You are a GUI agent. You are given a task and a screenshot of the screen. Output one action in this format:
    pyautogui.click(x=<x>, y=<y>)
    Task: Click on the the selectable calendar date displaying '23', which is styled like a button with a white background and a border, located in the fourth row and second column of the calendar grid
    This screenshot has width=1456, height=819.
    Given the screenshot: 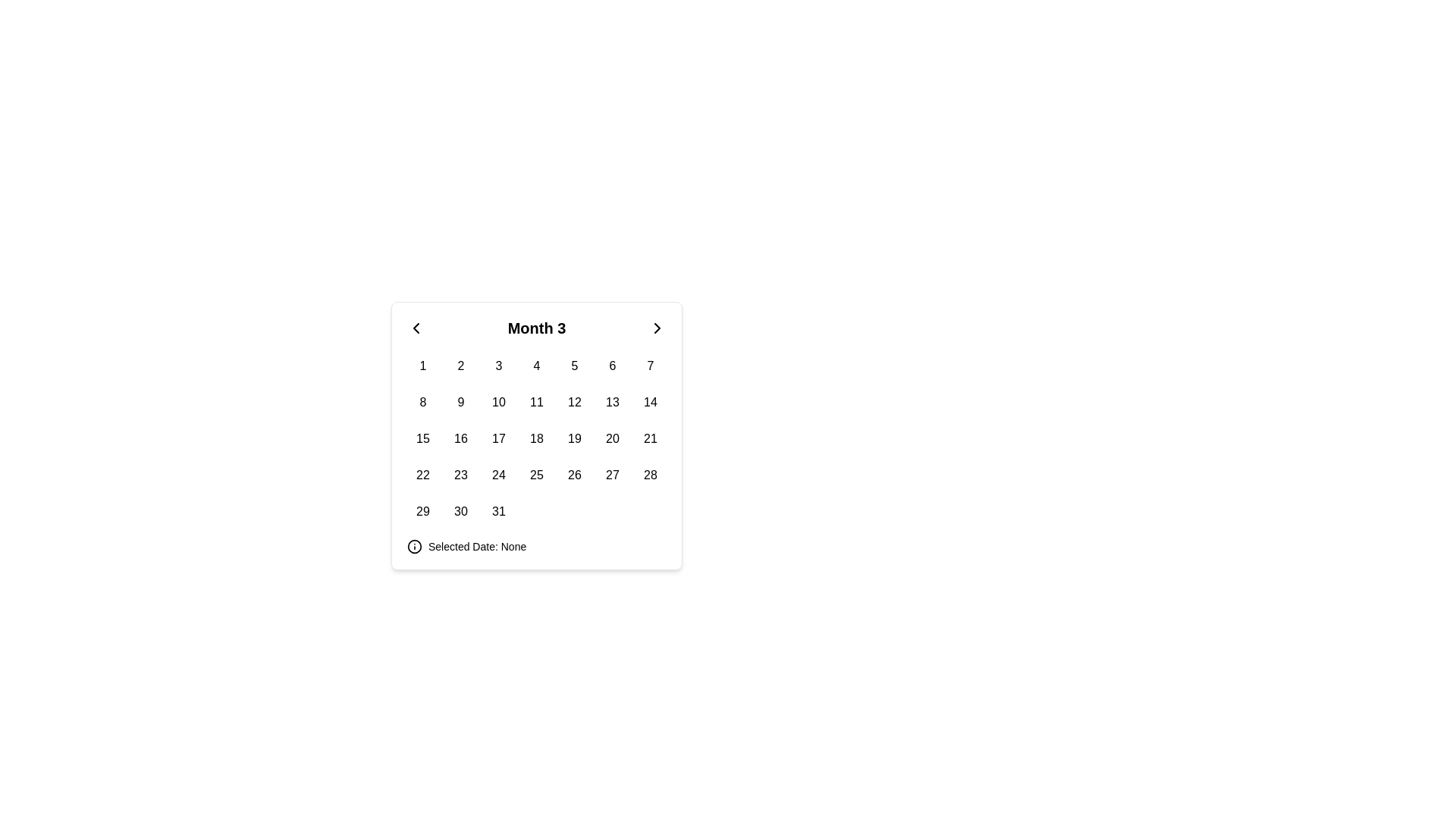 What is the action you would take?
    pyautogui.click(x=460, y=475)
    